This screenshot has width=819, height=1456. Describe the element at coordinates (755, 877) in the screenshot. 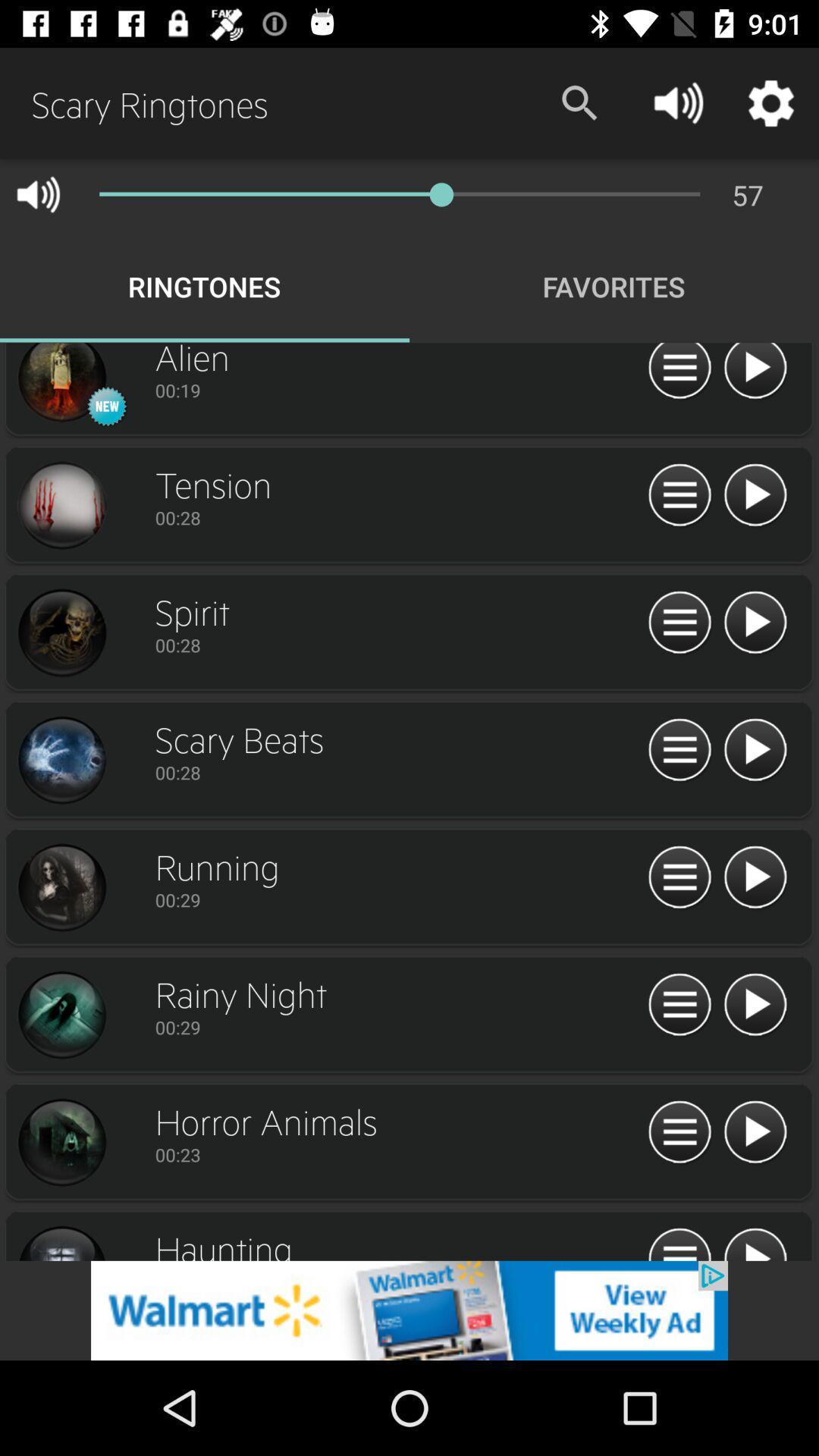

I see `next` at that location.